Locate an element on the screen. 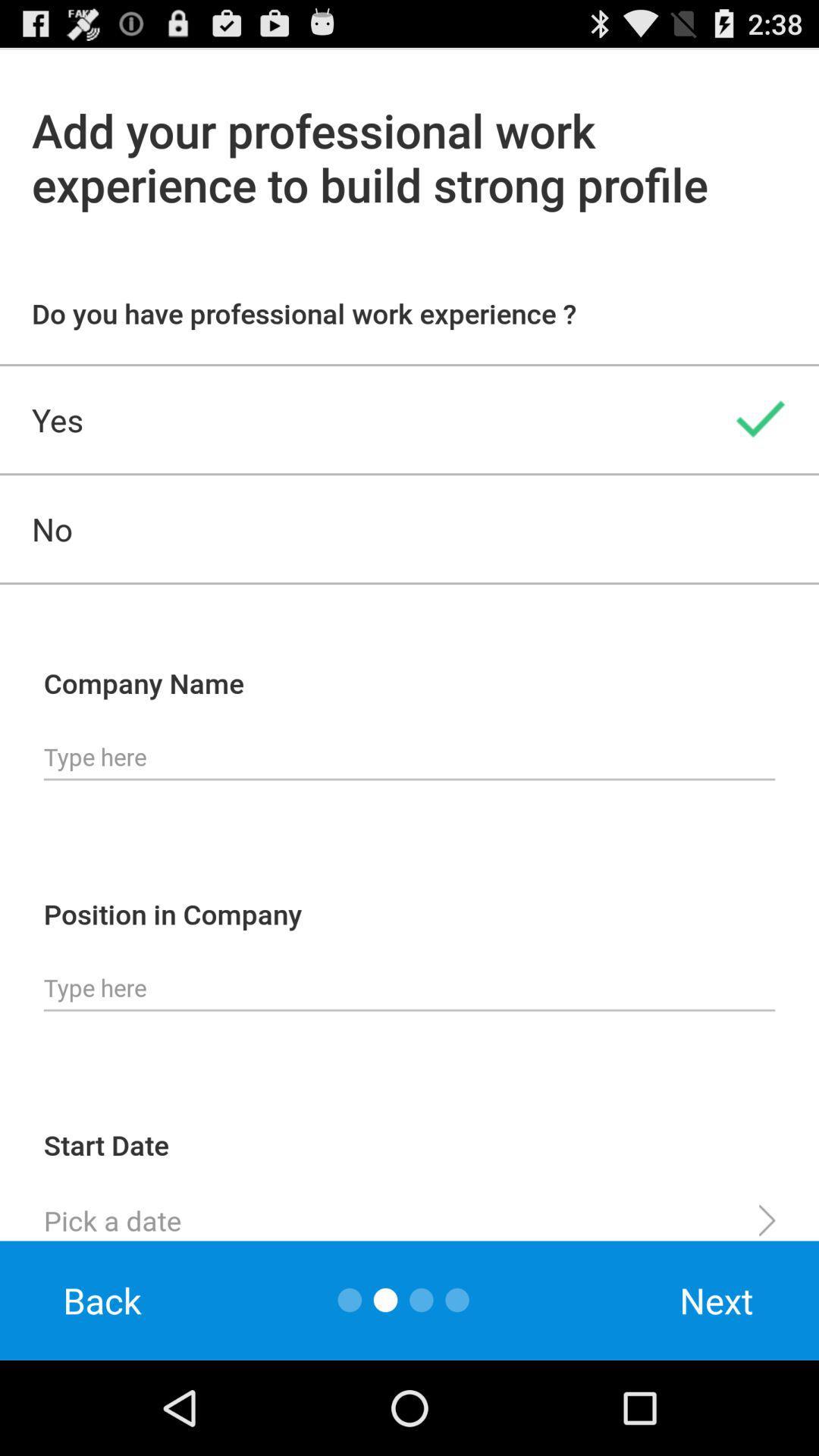 The height and width of the screenshot is (1456, 819). no icon is located at coordinates (409, 529).